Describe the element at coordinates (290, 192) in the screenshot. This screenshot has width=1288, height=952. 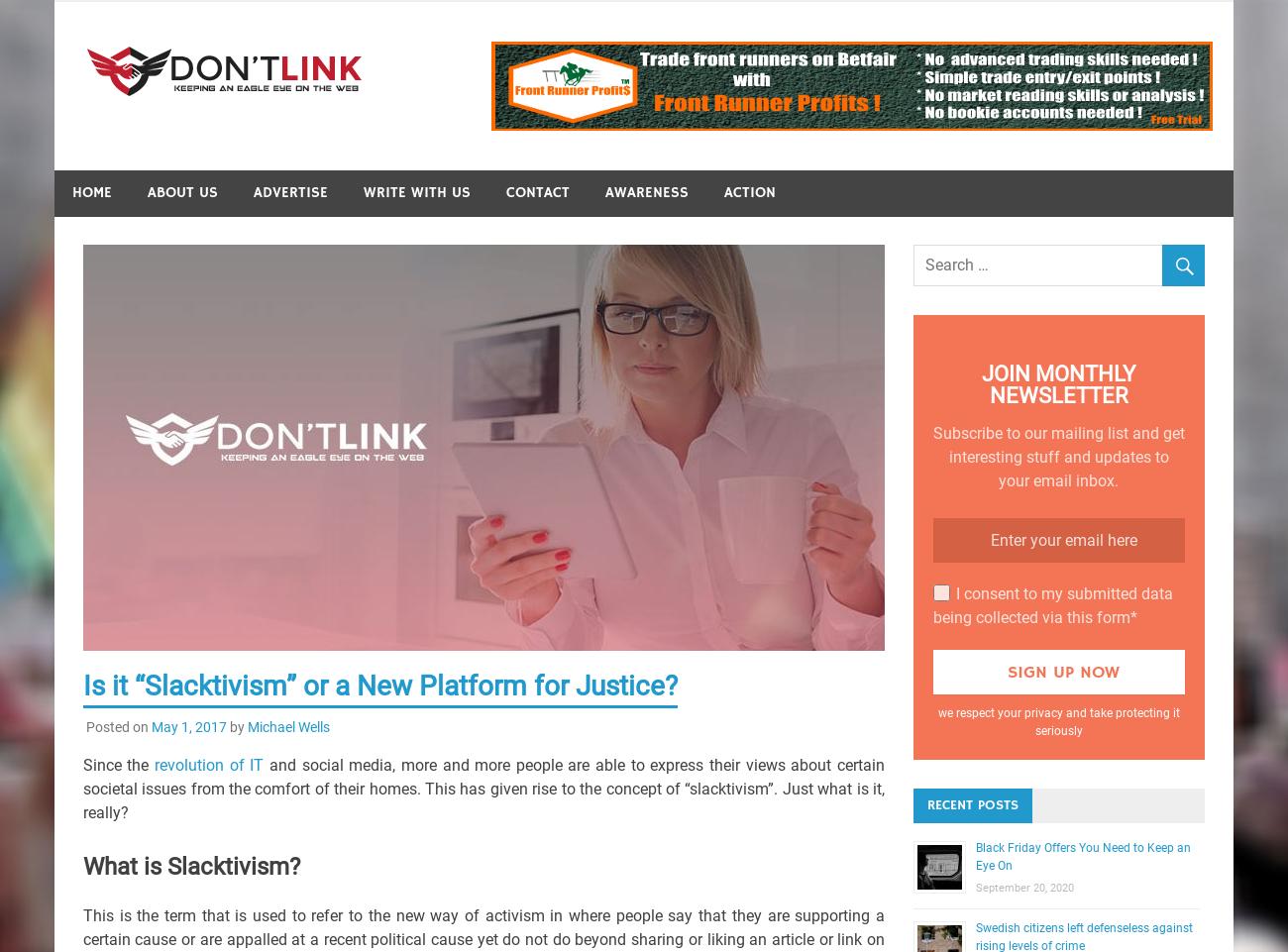
I see `'Advertise'` at that location.